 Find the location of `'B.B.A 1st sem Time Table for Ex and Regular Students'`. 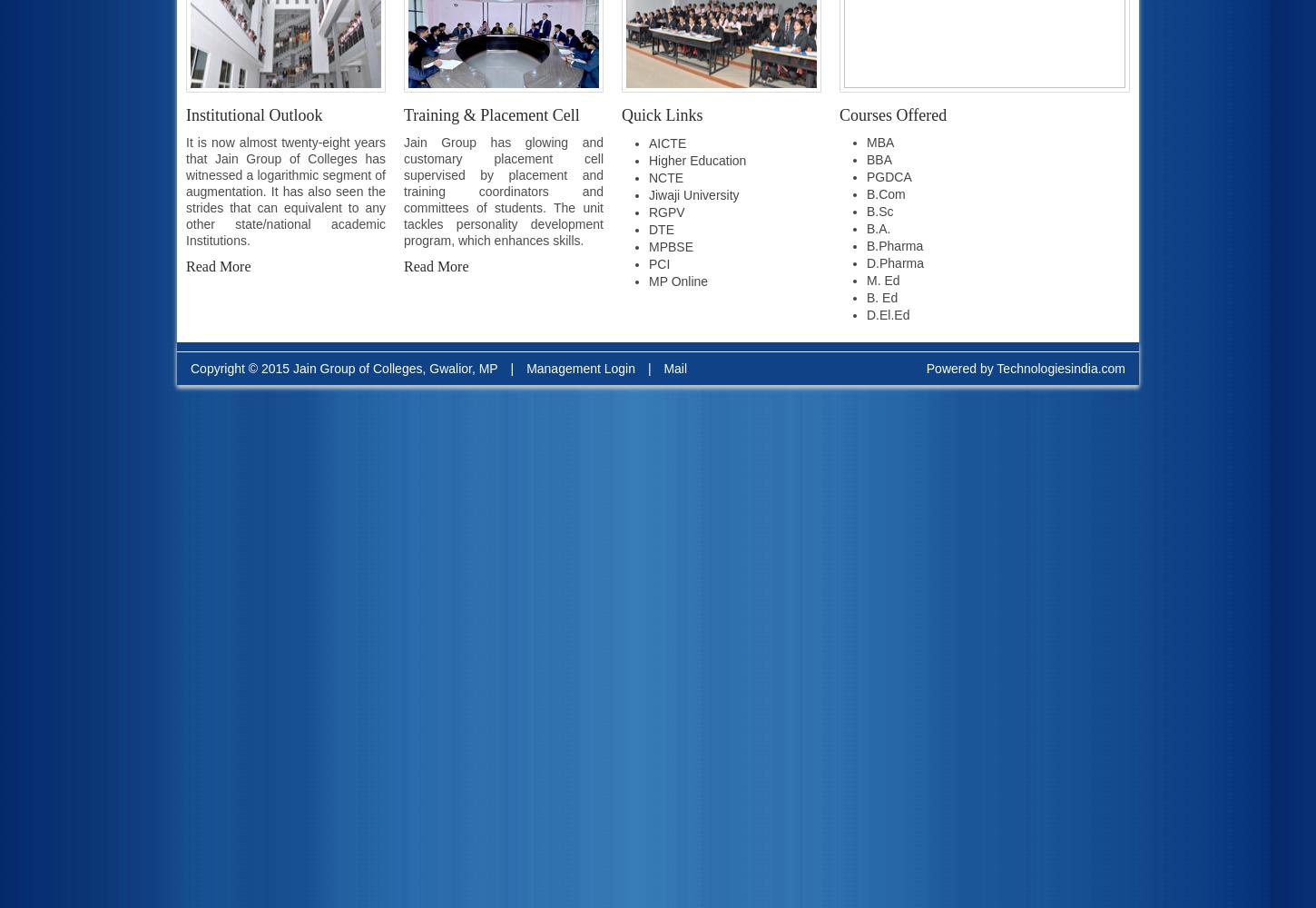

'B.B.A 1st sem Time Table for Ex and Regular Students' is located at coordinates (952, 23).